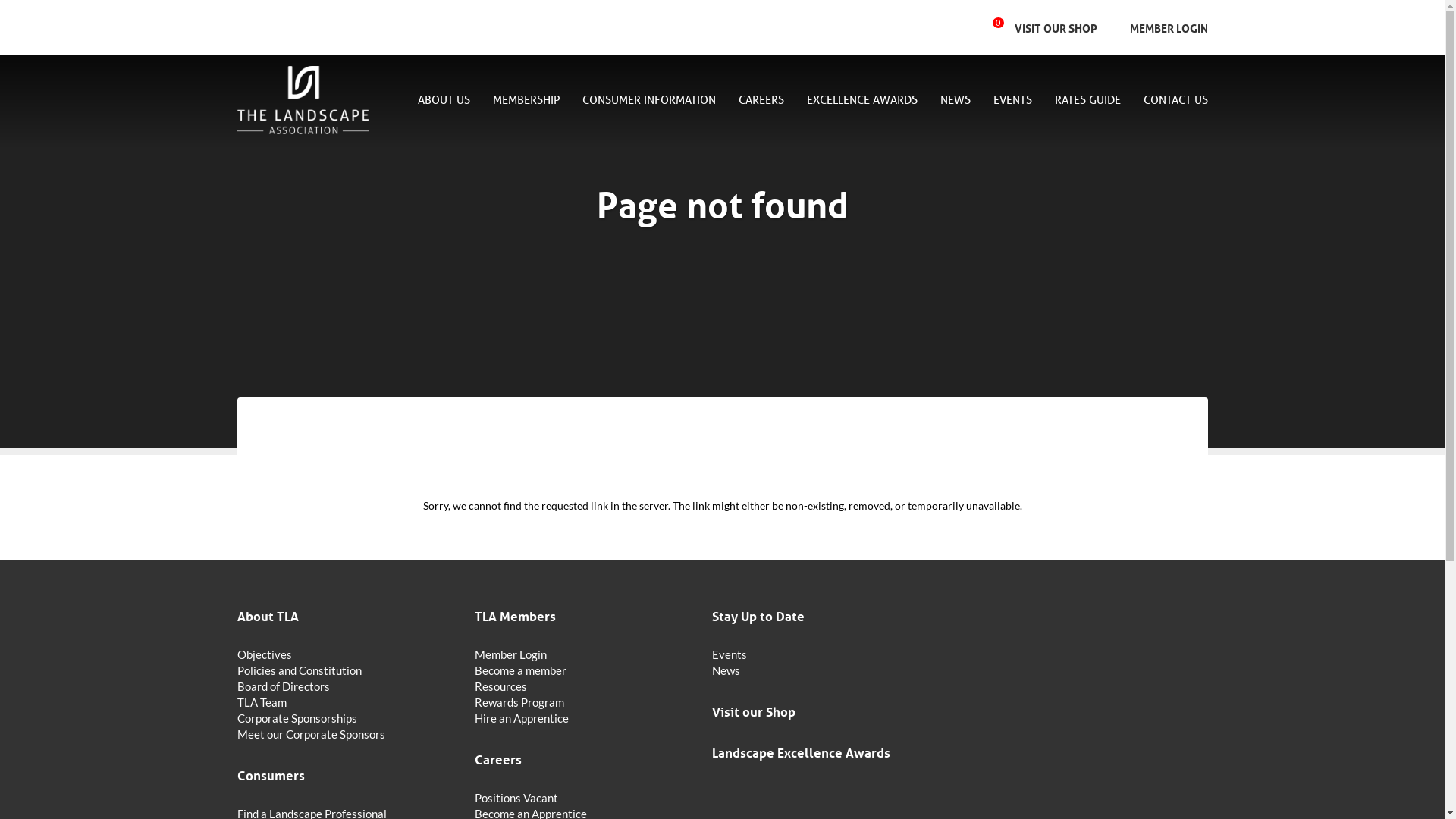 Image resolution: width=1456 pixels, height=819 pixels. Describe the element at coordinates (821, 752) in the screenshot. I see `'Landscape Excellence Awards'` at that location.